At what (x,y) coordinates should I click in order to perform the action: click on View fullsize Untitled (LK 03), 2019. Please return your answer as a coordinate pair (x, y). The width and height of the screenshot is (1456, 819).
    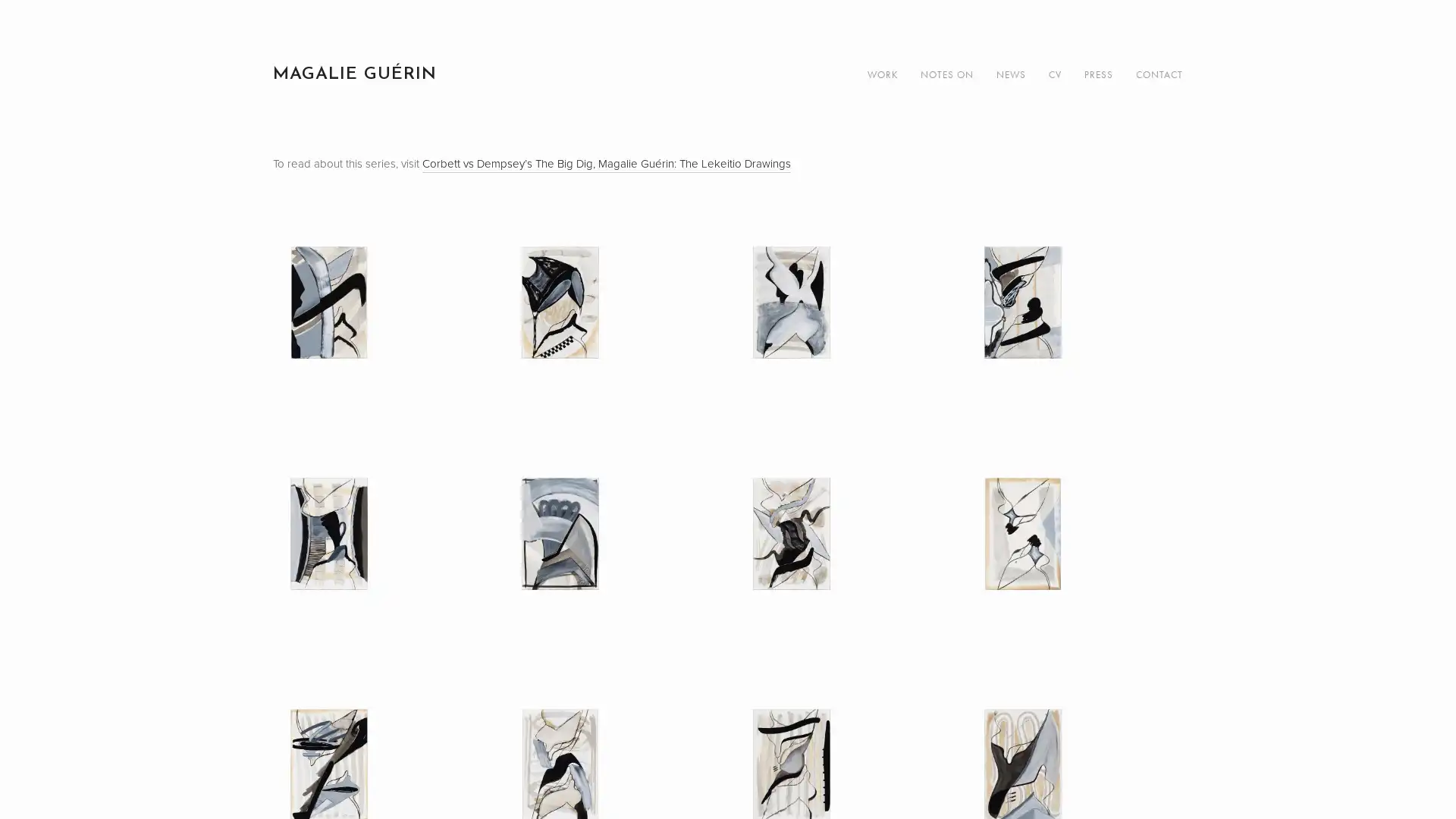
    Looking at the image, I should click on (843, 354).